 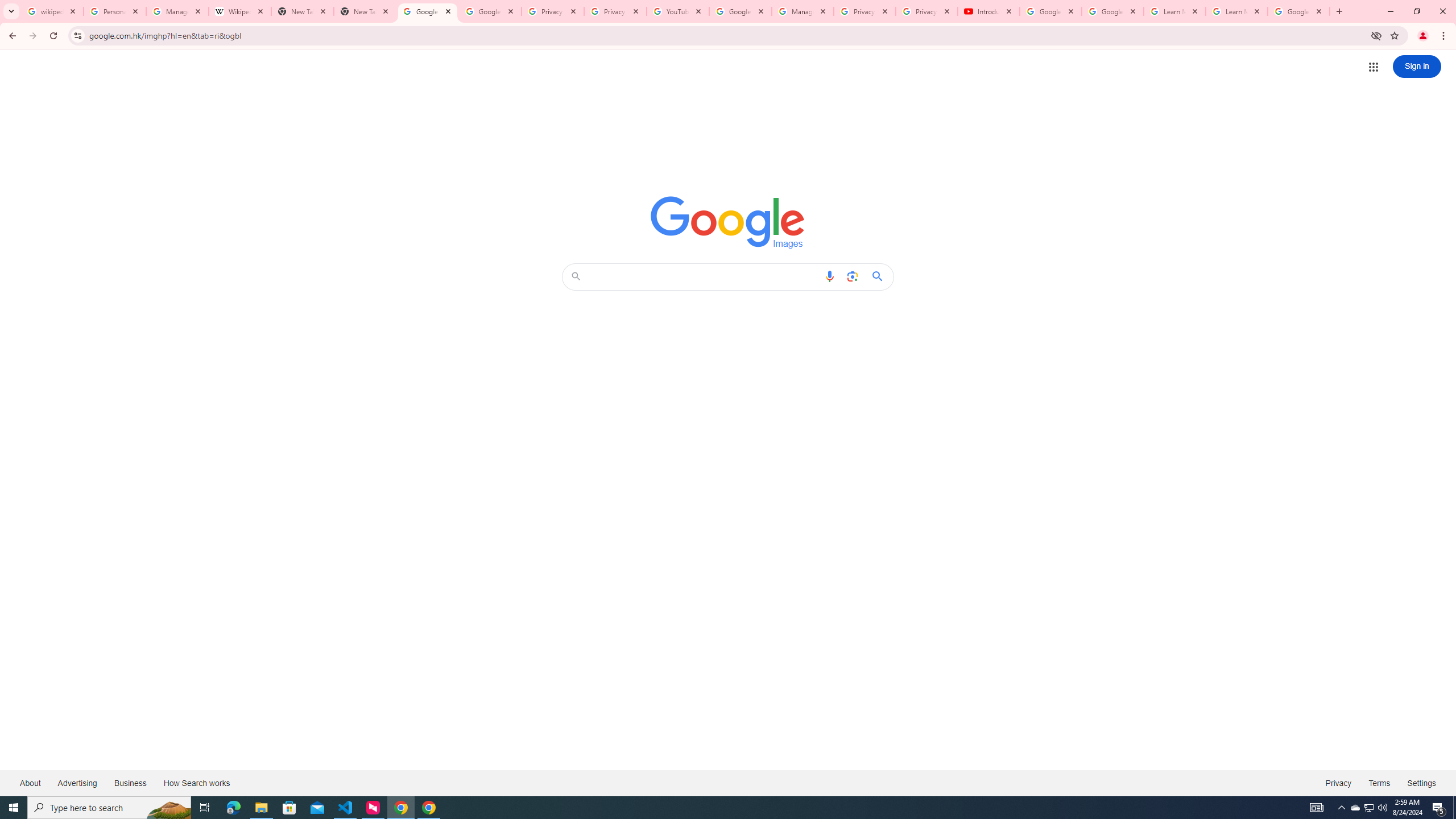 I want to click on 'Google Drive: Sign-in', so click(x=490, y=11).